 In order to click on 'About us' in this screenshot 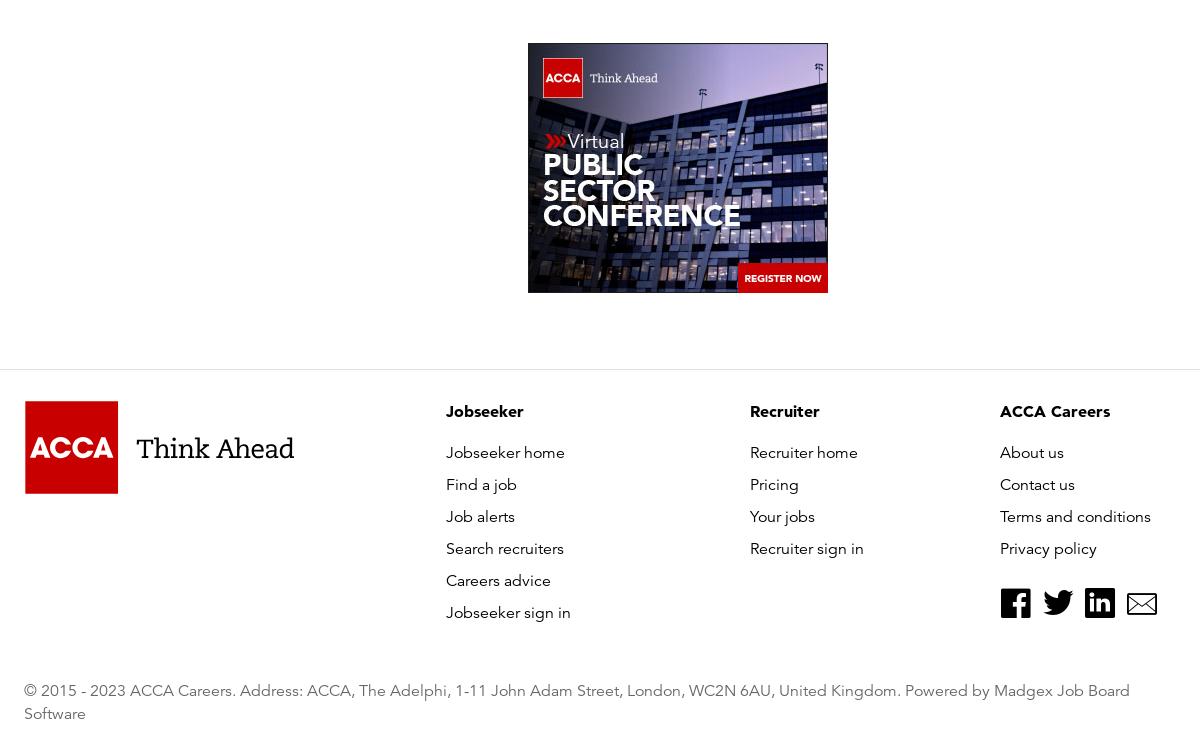, I will do `click(1032, 452)`.